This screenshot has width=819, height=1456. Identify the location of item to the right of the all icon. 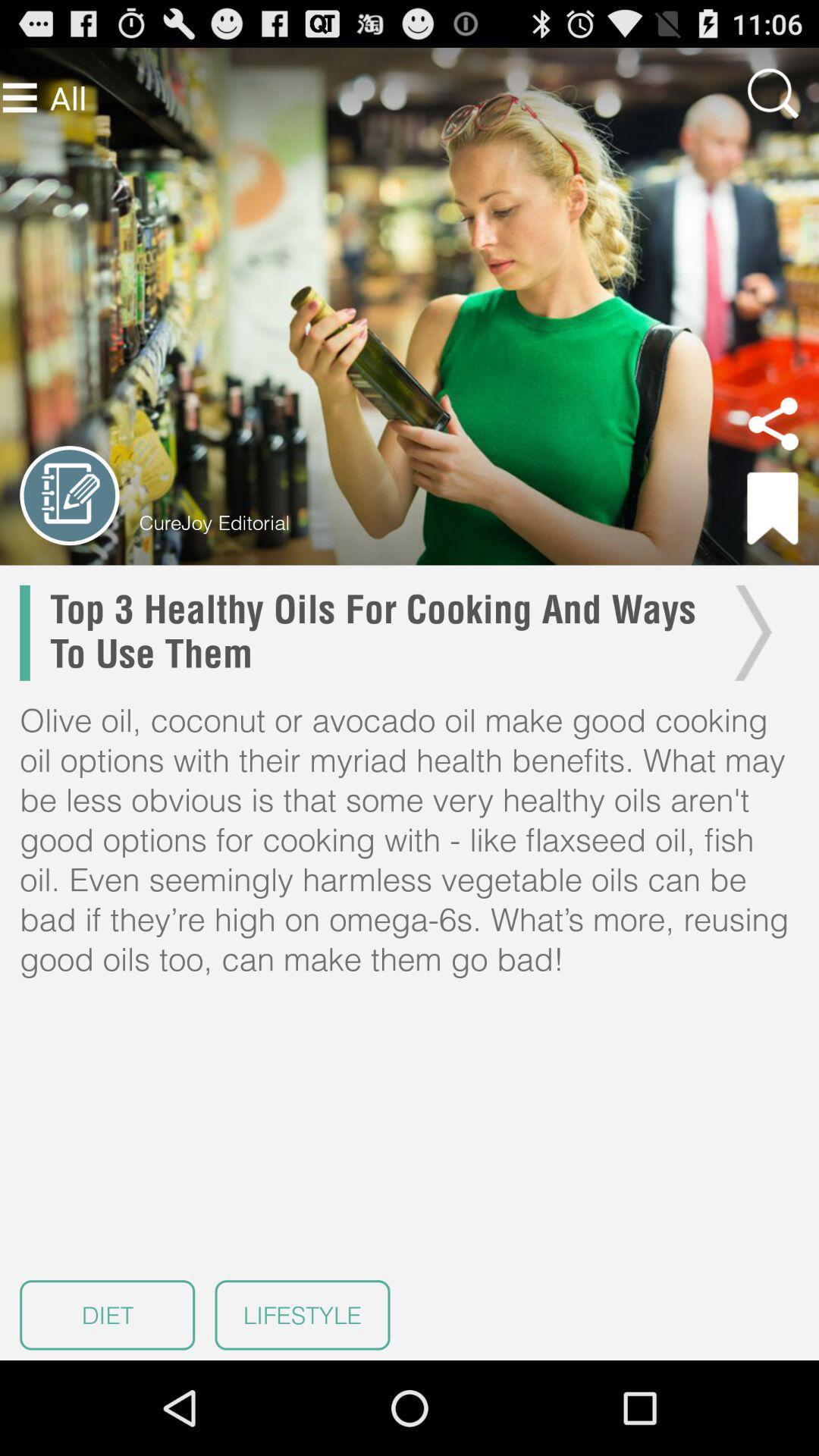
(773, 93).